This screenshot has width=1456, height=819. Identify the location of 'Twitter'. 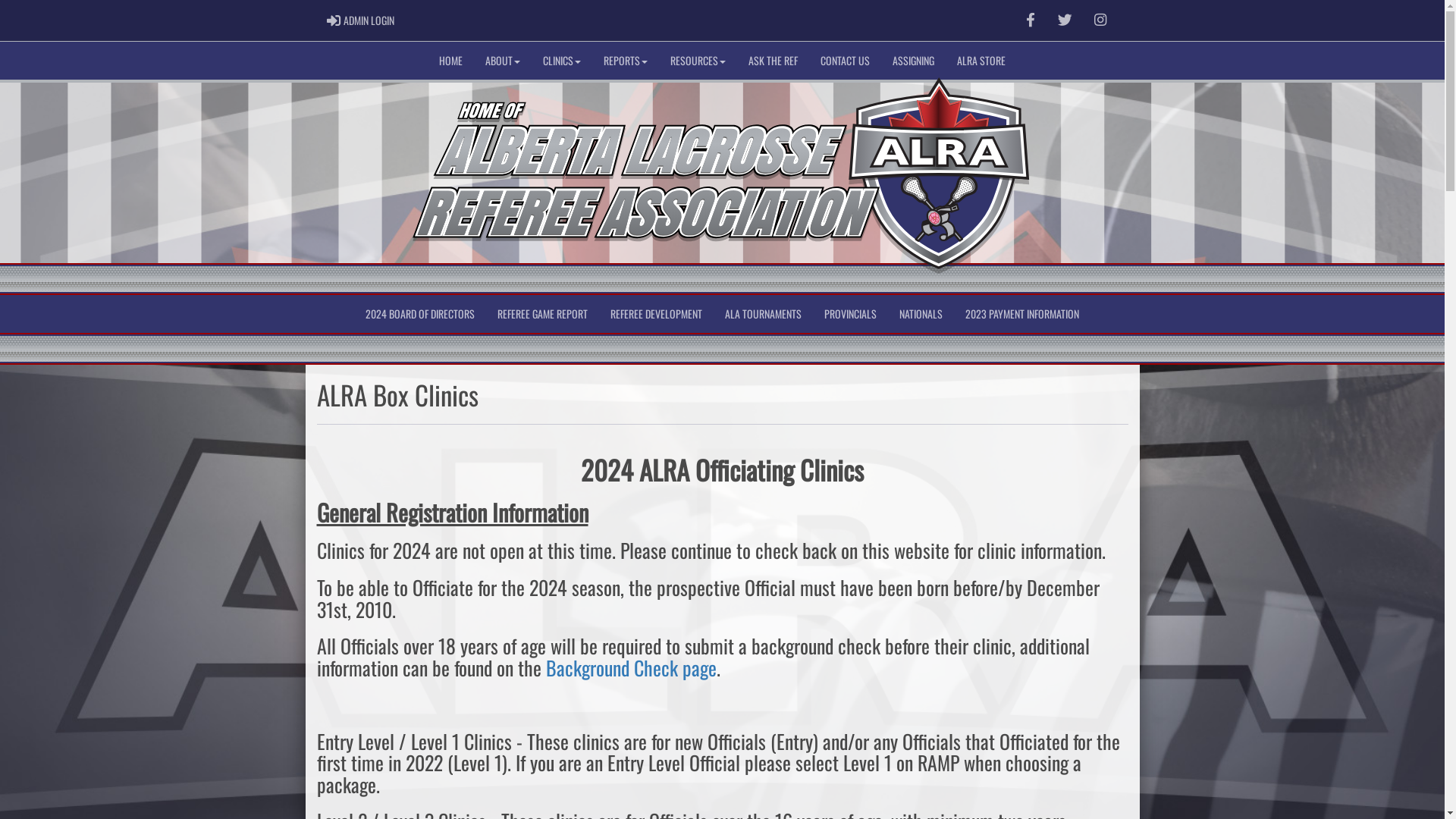
(1047, 20).